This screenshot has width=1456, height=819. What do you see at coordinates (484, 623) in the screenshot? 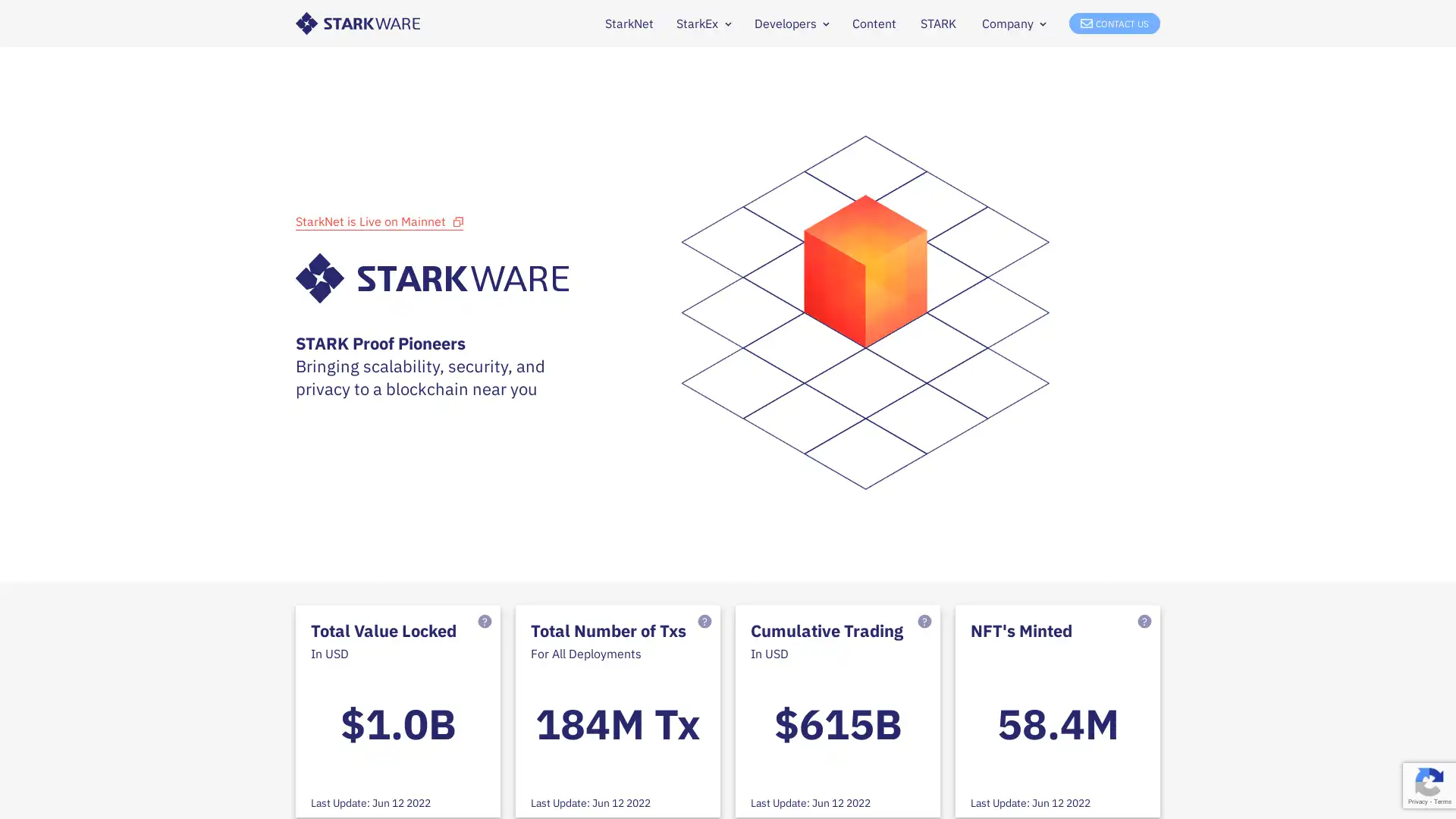
I see `Toggle tooltip` at bounding box center [484, 623].